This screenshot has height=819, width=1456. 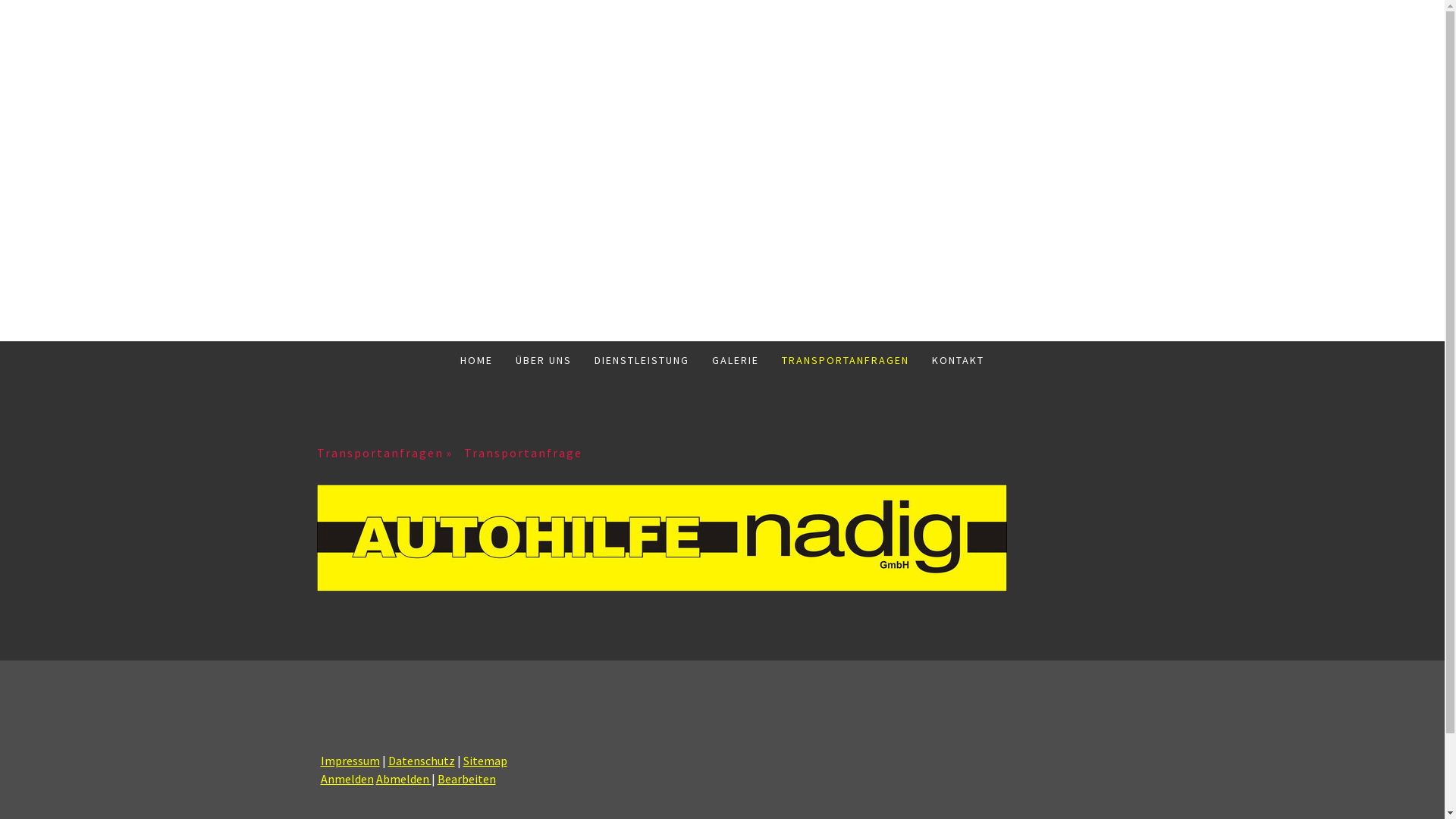 I want to click on 'Datenschutz', so click(x=388, y=760).